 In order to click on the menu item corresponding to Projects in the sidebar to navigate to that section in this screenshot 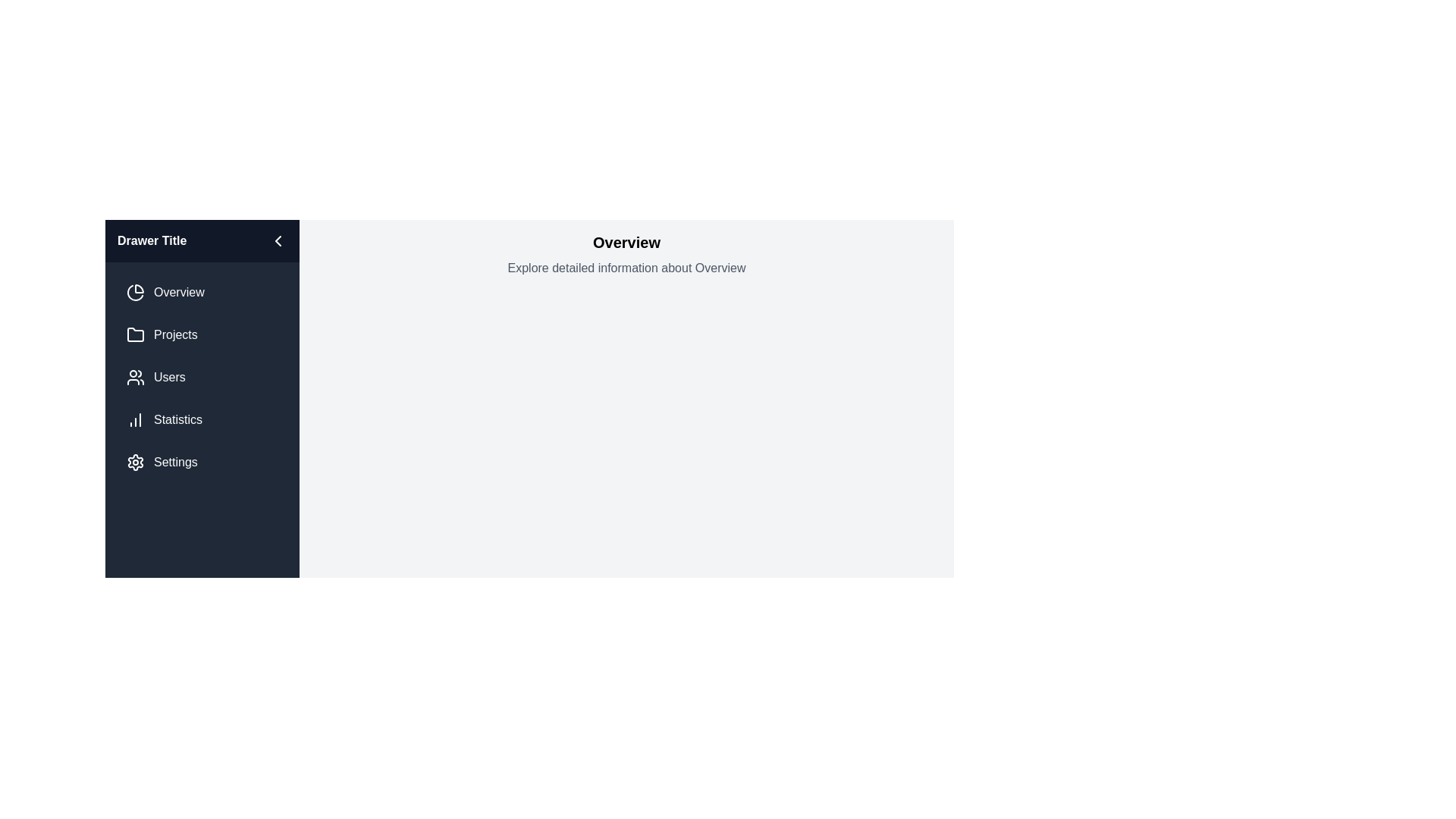, I will do `click(202, 334)`.